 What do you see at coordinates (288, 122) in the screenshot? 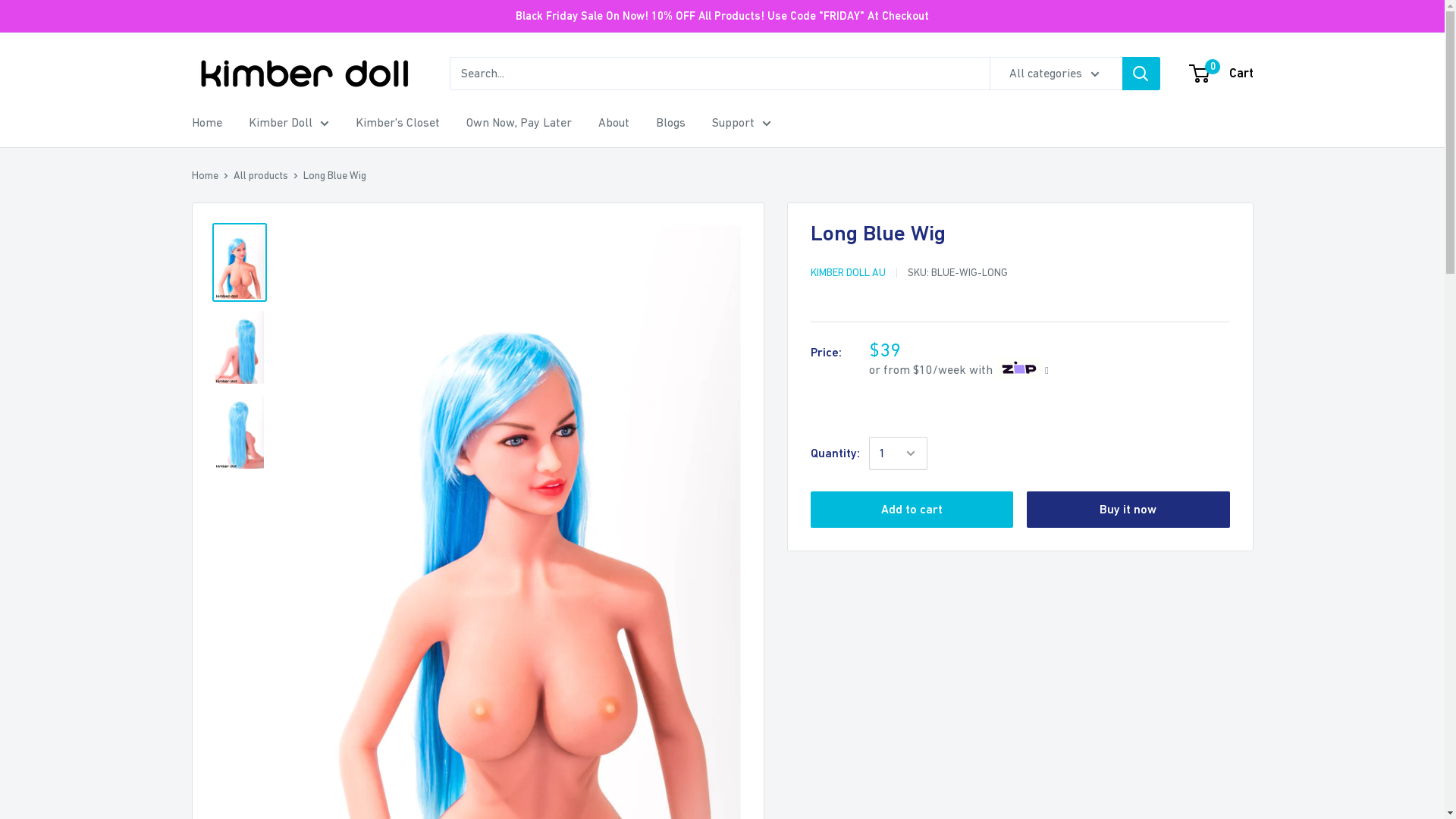
I see `'Kimber Doll'` at bounding box center [288, 122].